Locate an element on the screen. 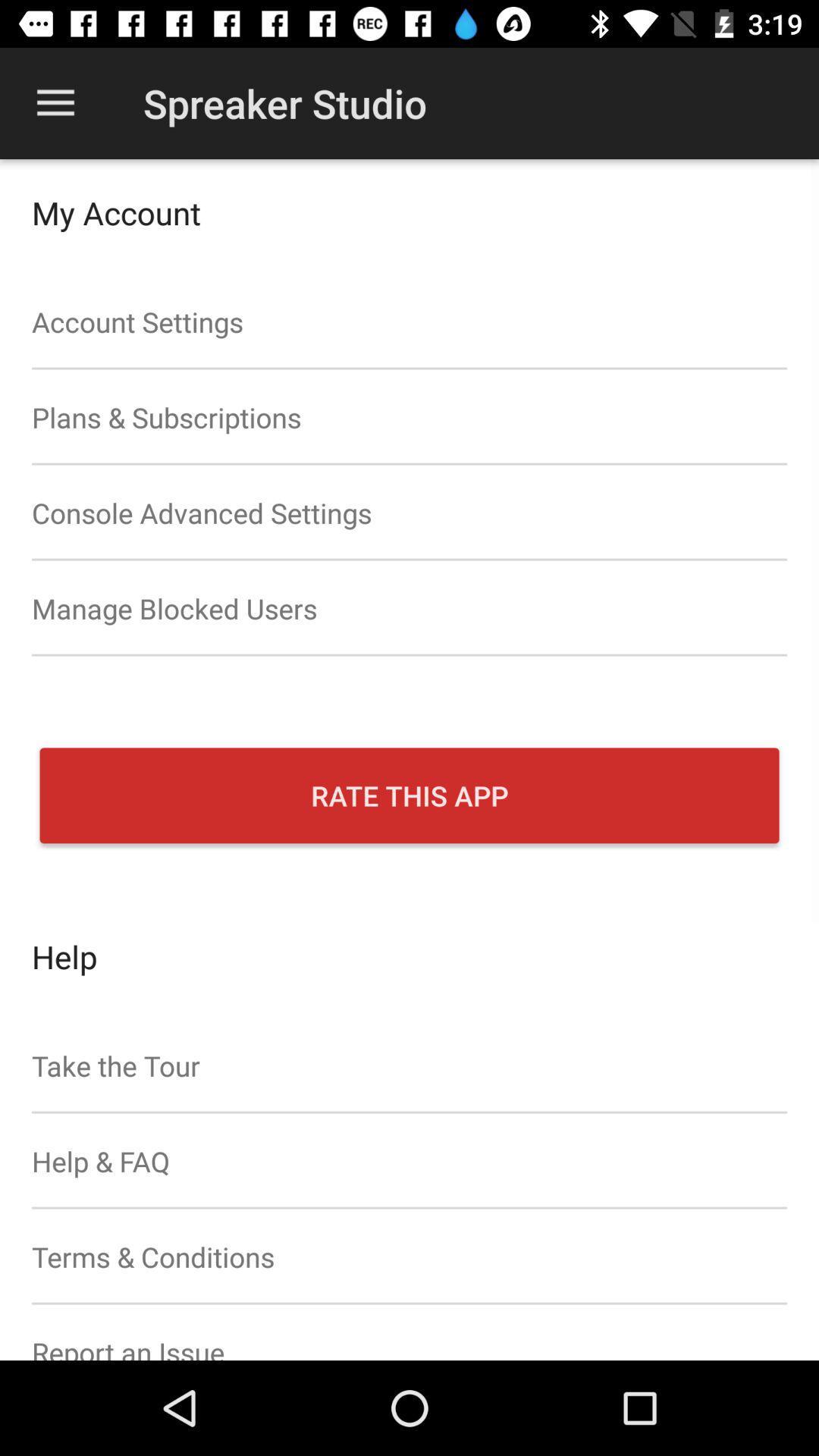 This screenshot has width=819, height=1456. help & faq item is located at coordinates (409, 1160).